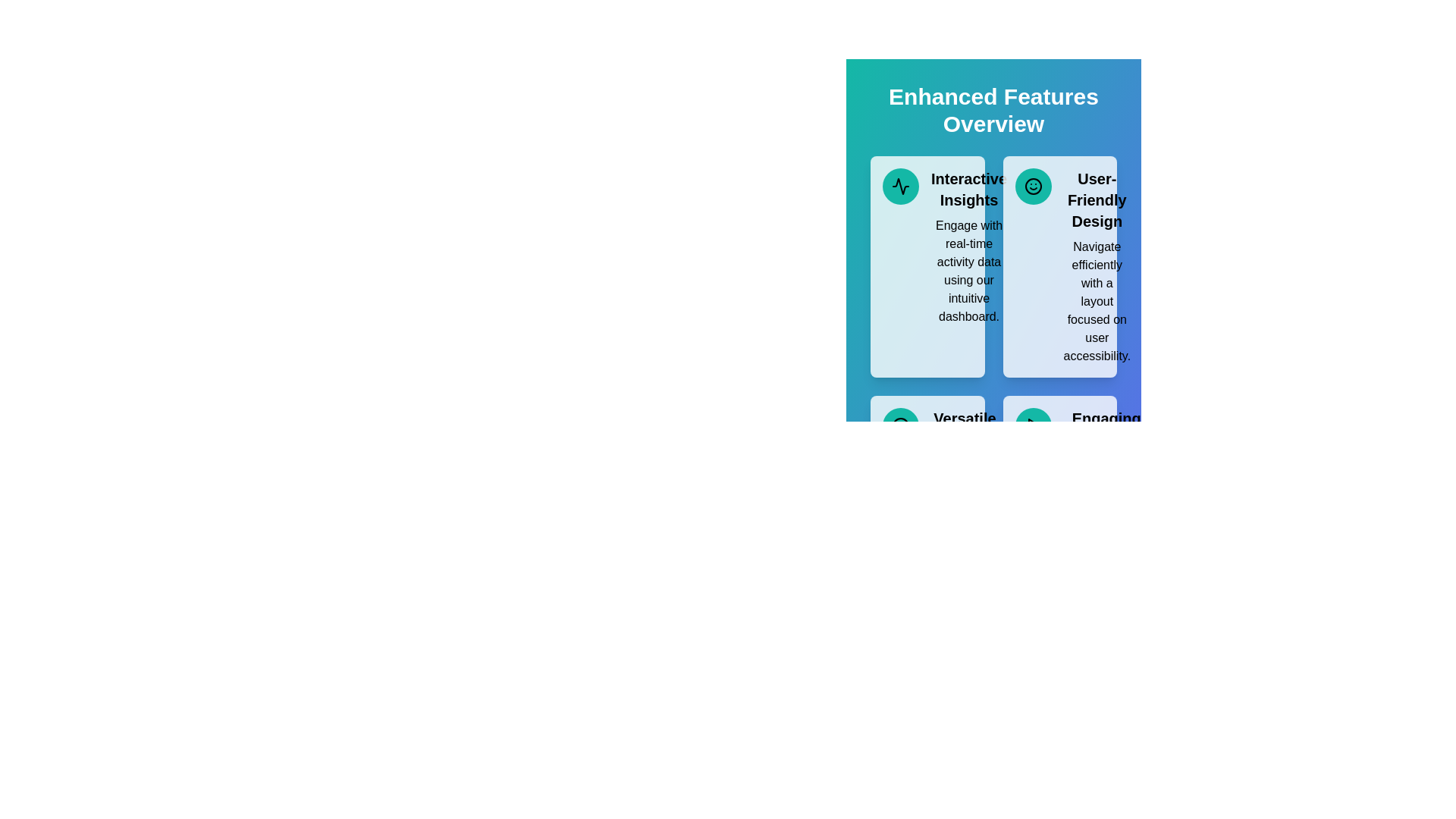  What do you see at coordinates (1032, 426) in the screenshot?
I see `the teal circular play icon located at the bottom center of the highlighted section of the interface, directly below the 'Engaging Content' card` at bounding box center [1032, 426].